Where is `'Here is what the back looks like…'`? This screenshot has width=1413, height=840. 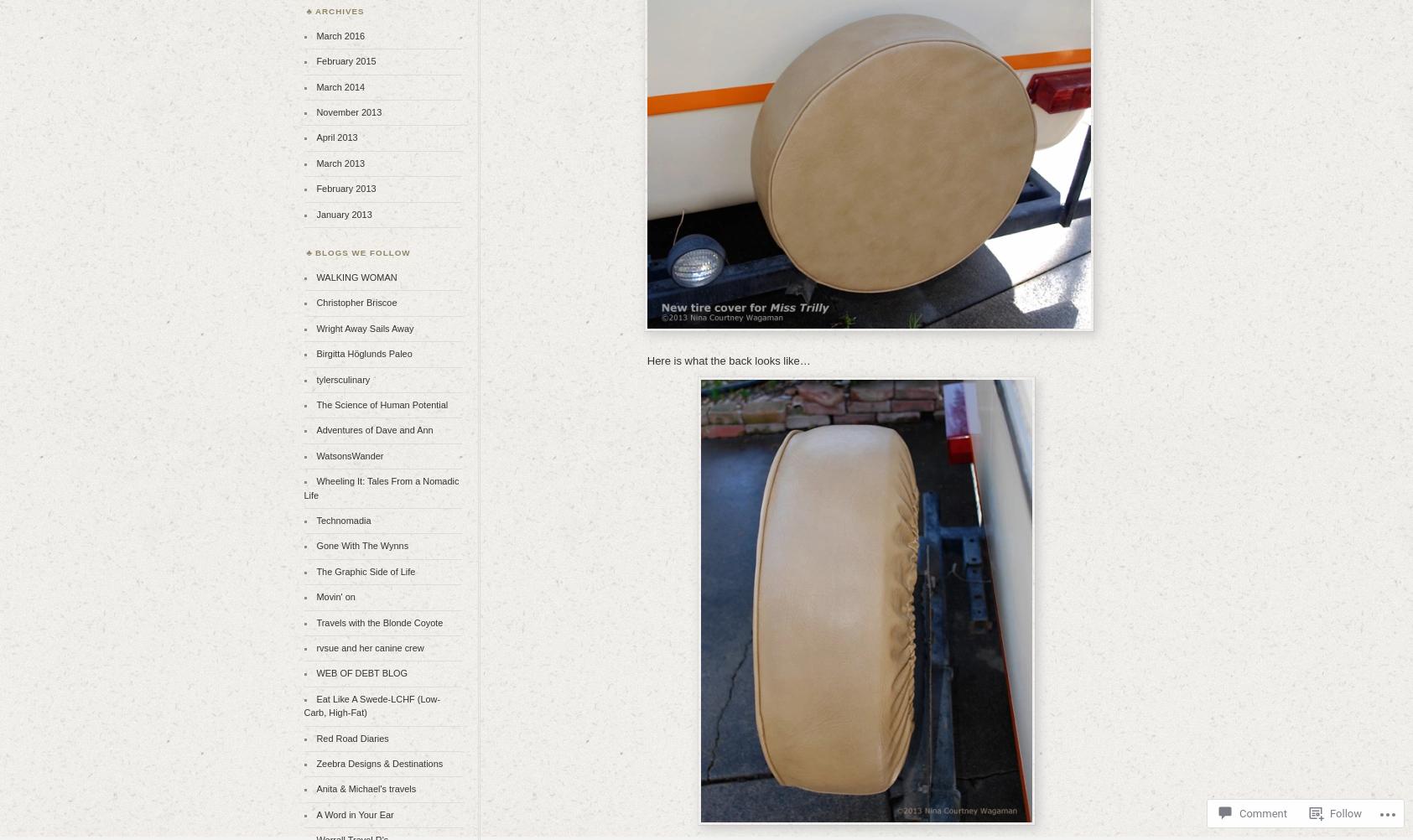 'Here is what the back looks like…' is located at coordinates (728, 359).